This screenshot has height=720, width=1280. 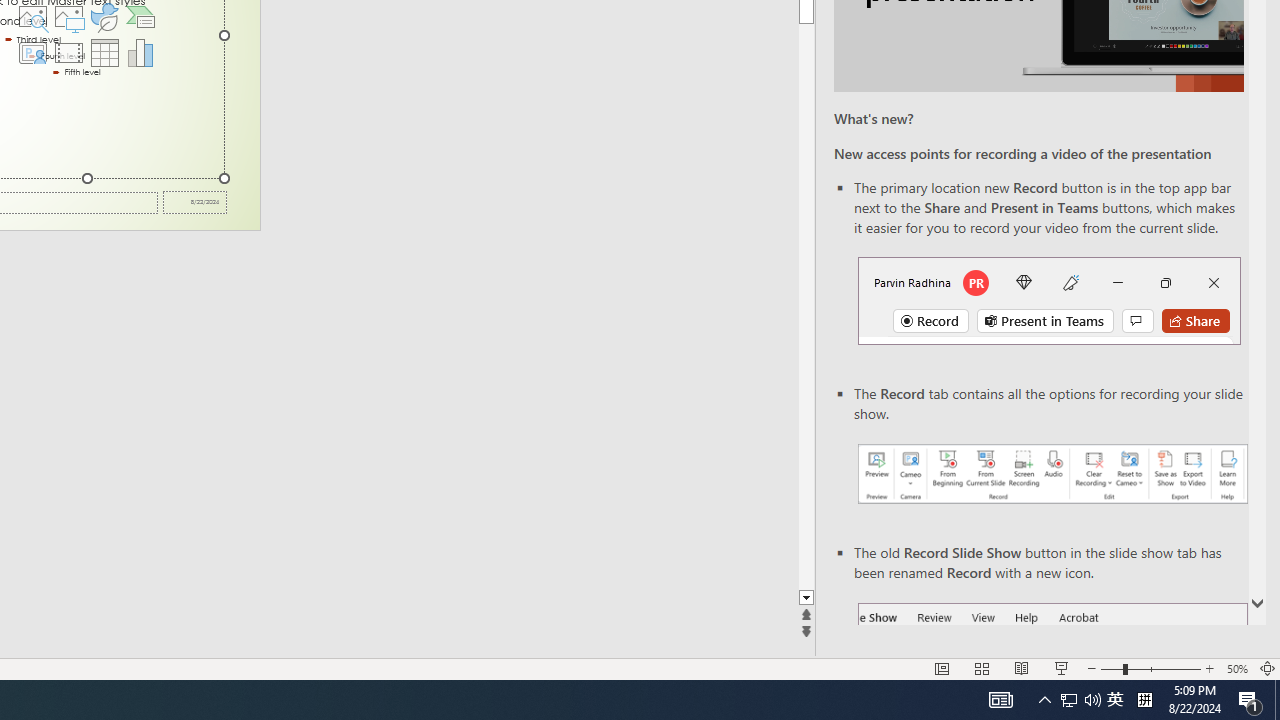 What do you see at coordinates (194, 202) in the screenshot?
I see `'Date'` at bounding box center [194, 202].